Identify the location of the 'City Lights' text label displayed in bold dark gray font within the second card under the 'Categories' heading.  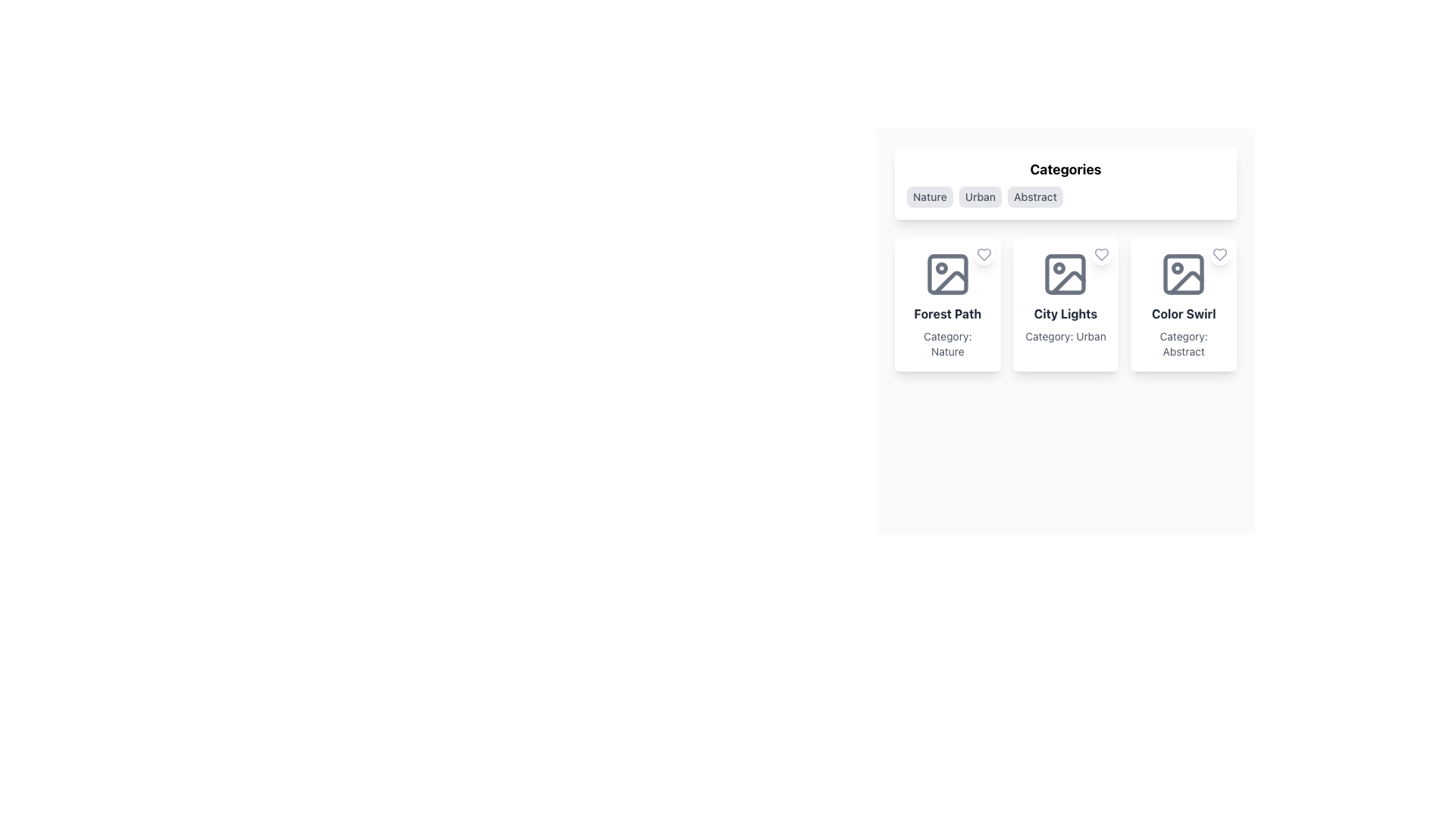
(1065, 312).